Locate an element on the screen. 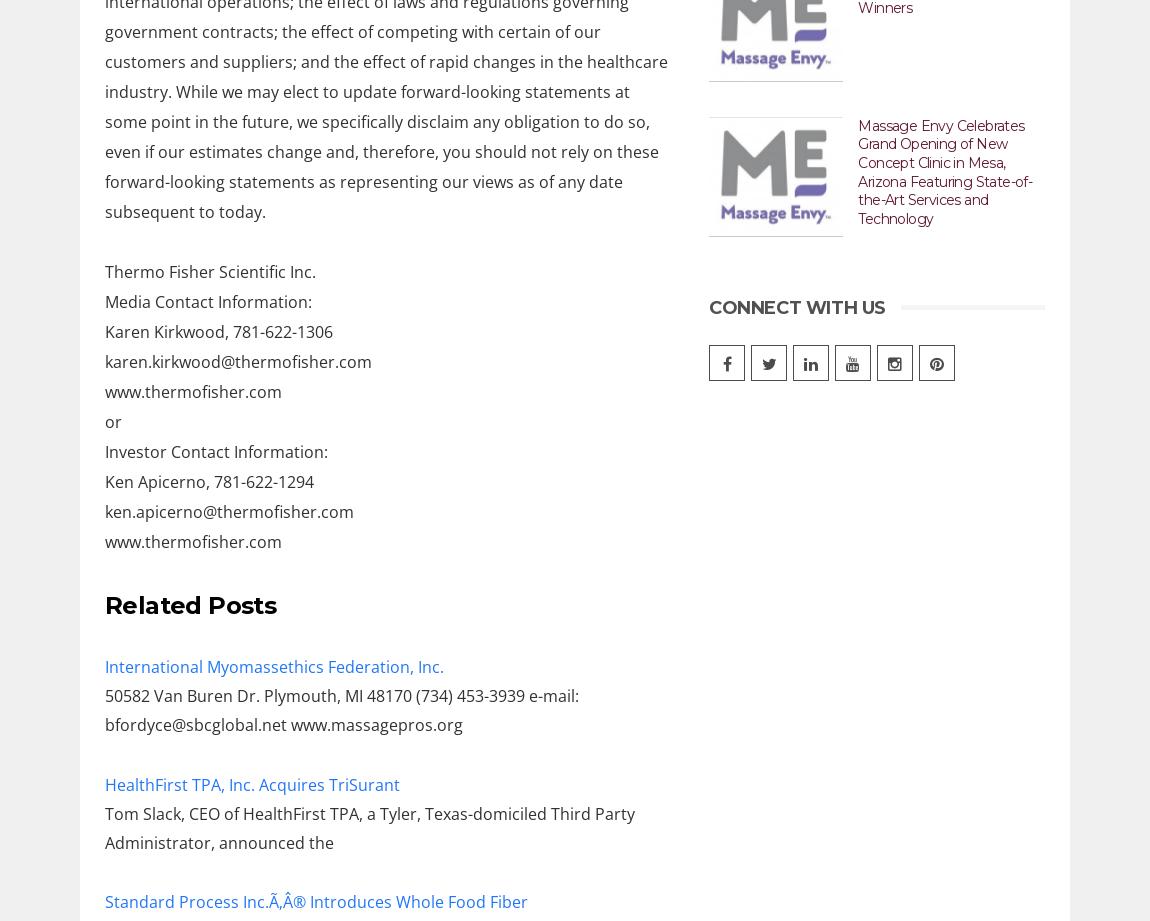  '50582 Van Buren Dr. Plymouth, MI 48170 (734) 453-3939 e-mail: bfordyce@sbcglobal.net www.massagepros.org' is located at coordinates (342, 710).